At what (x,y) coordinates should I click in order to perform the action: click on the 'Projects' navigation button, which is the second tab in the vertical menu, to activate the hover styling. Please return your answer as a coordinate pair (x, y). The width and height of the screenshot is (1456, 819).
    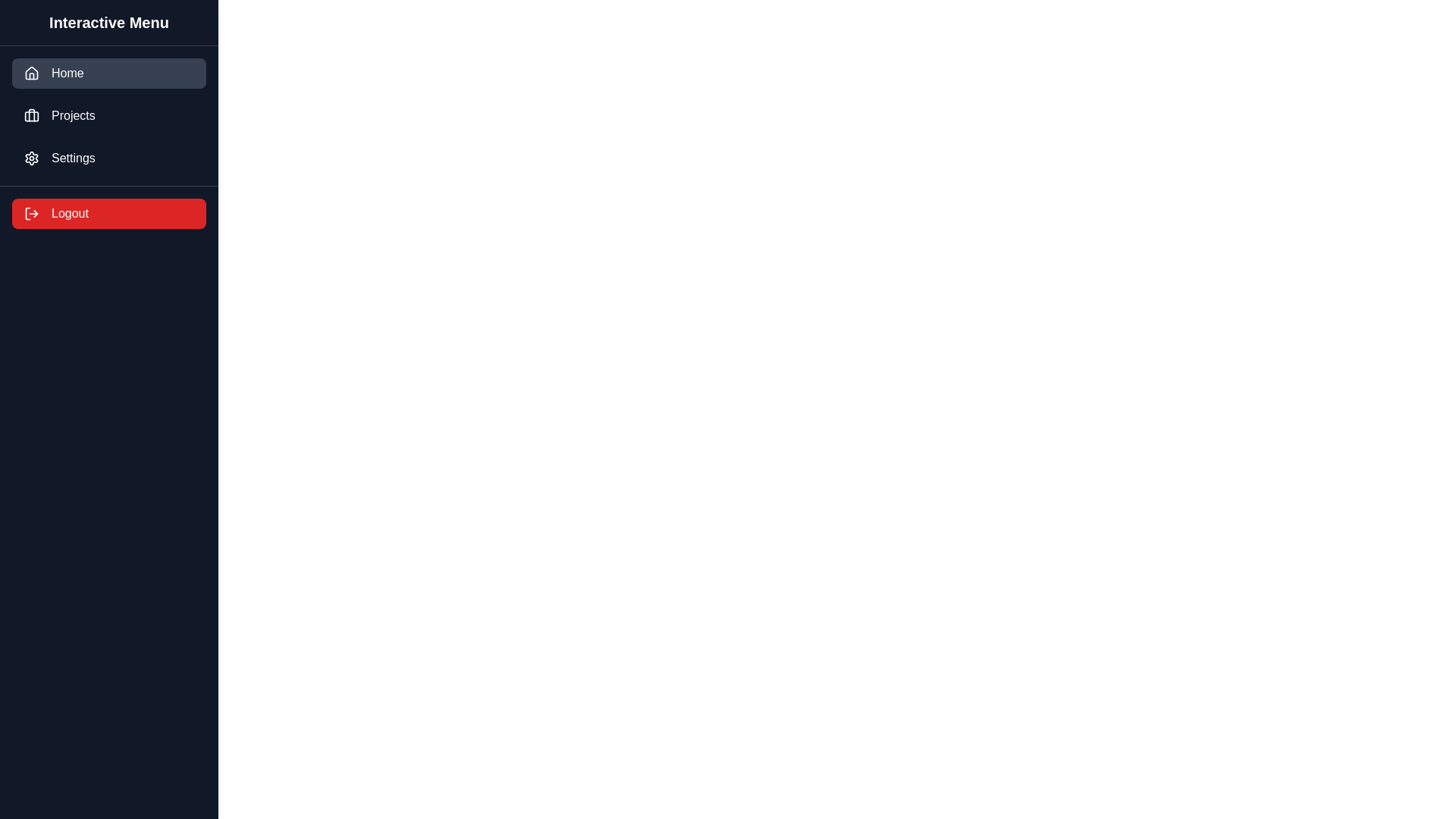
    Looking at the image, I should click on (108, 115).